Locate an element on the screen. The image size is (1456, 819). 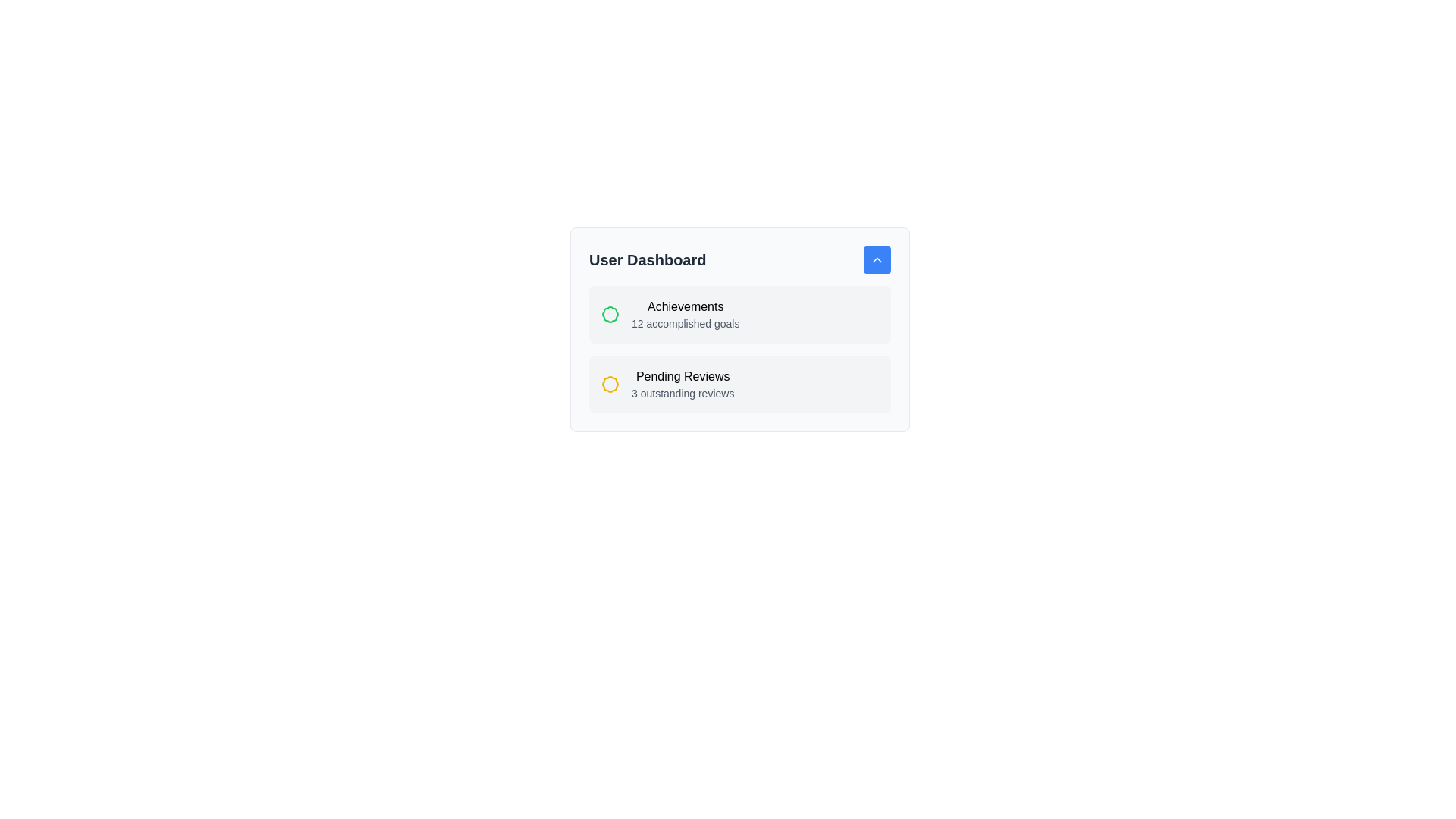
the blue button with rounded corners and a chevron-up icon located at the top-right corner of the 'User Dashboard' panel is located at coordinates (877, 259).